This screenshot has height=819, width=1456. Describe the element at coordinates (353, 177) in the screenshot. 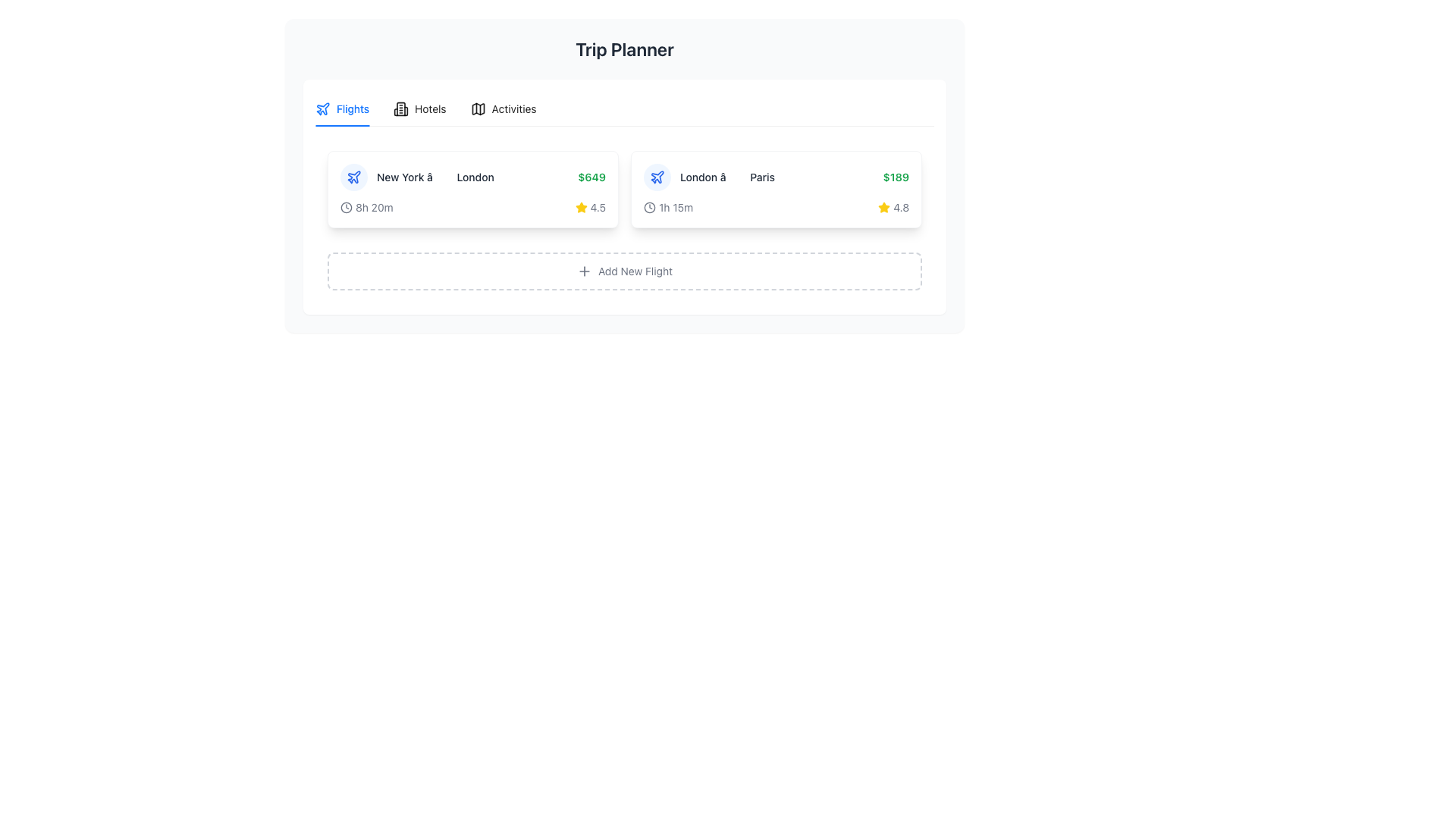

I see `the blue airplane SVG icon located at the beginning of the flight information section, to the left of the text 'New York à London'` at that location.